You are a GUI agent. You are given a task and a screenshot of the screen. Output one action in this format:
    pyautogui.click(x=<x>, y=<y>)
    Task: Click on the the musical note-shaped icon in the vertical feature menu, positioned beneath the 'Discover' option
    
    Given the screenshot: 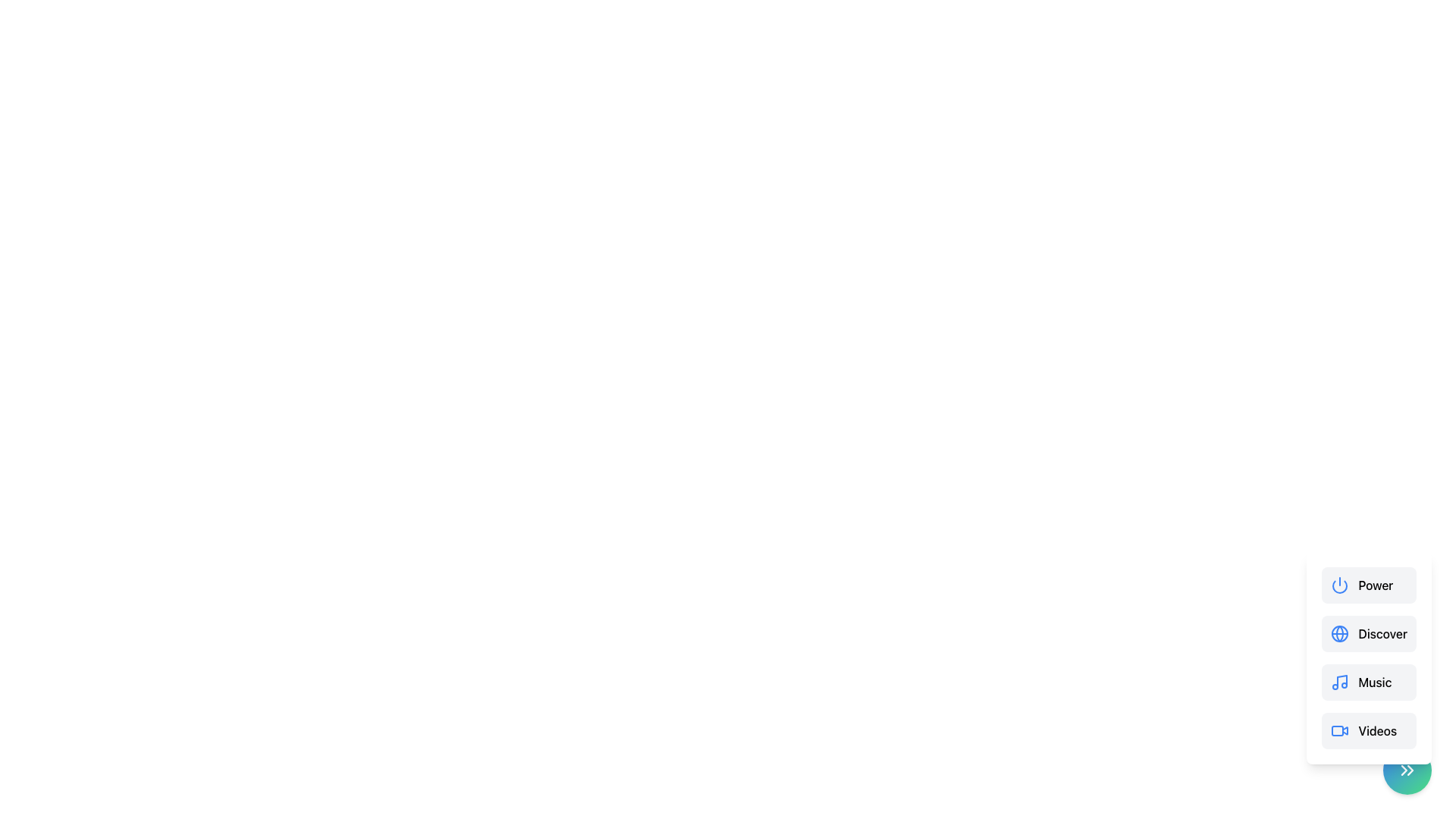 What is the action you would take?
    pyautogui.click(x=1342, y=680)
    